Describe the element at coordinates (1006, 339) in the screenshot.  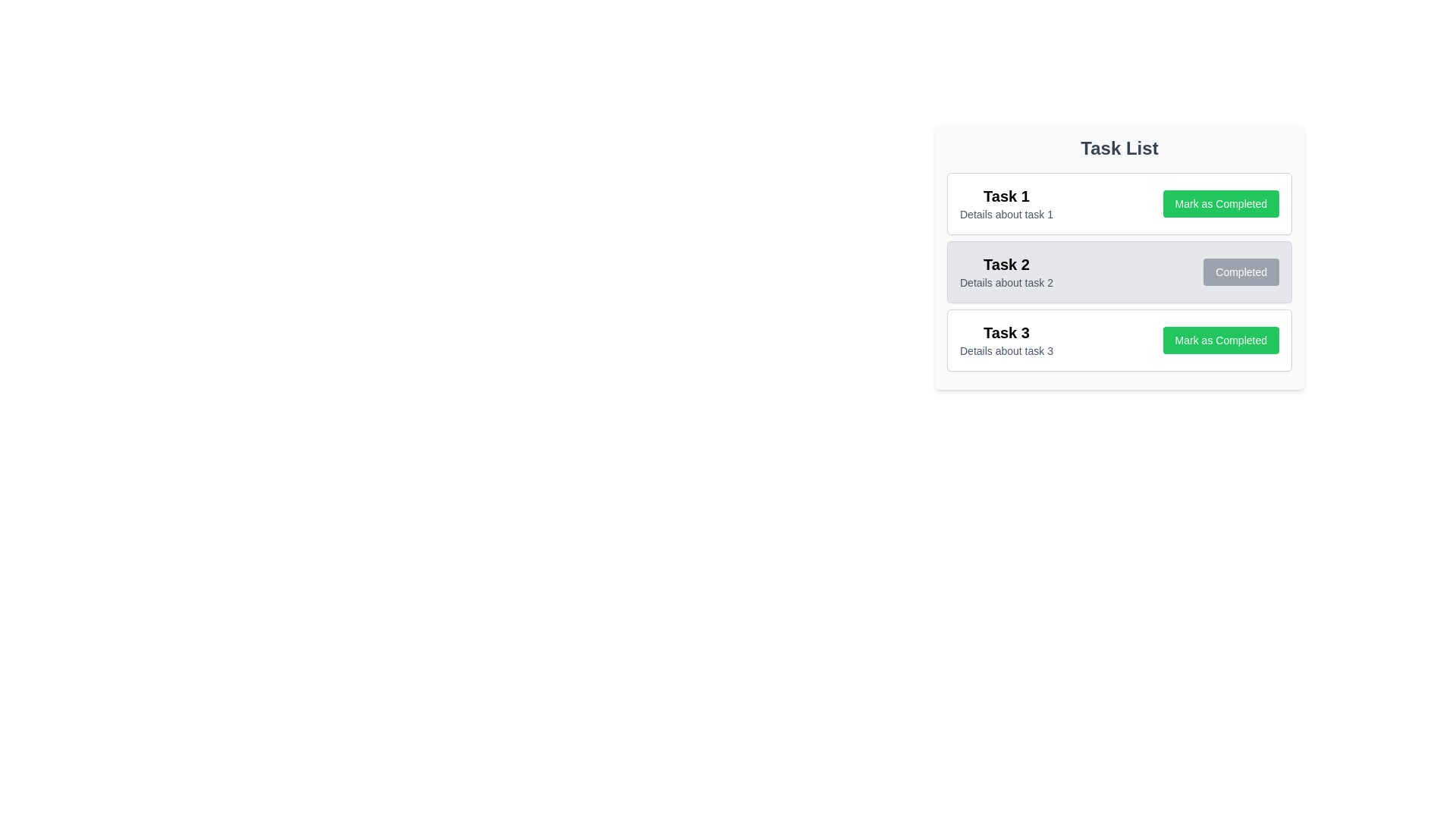
I see `the text in the 'Task 3 - Details about task 3' block, which consists of a bold larger font stating 'Task 3' followed by a smaller gray description` at that location.